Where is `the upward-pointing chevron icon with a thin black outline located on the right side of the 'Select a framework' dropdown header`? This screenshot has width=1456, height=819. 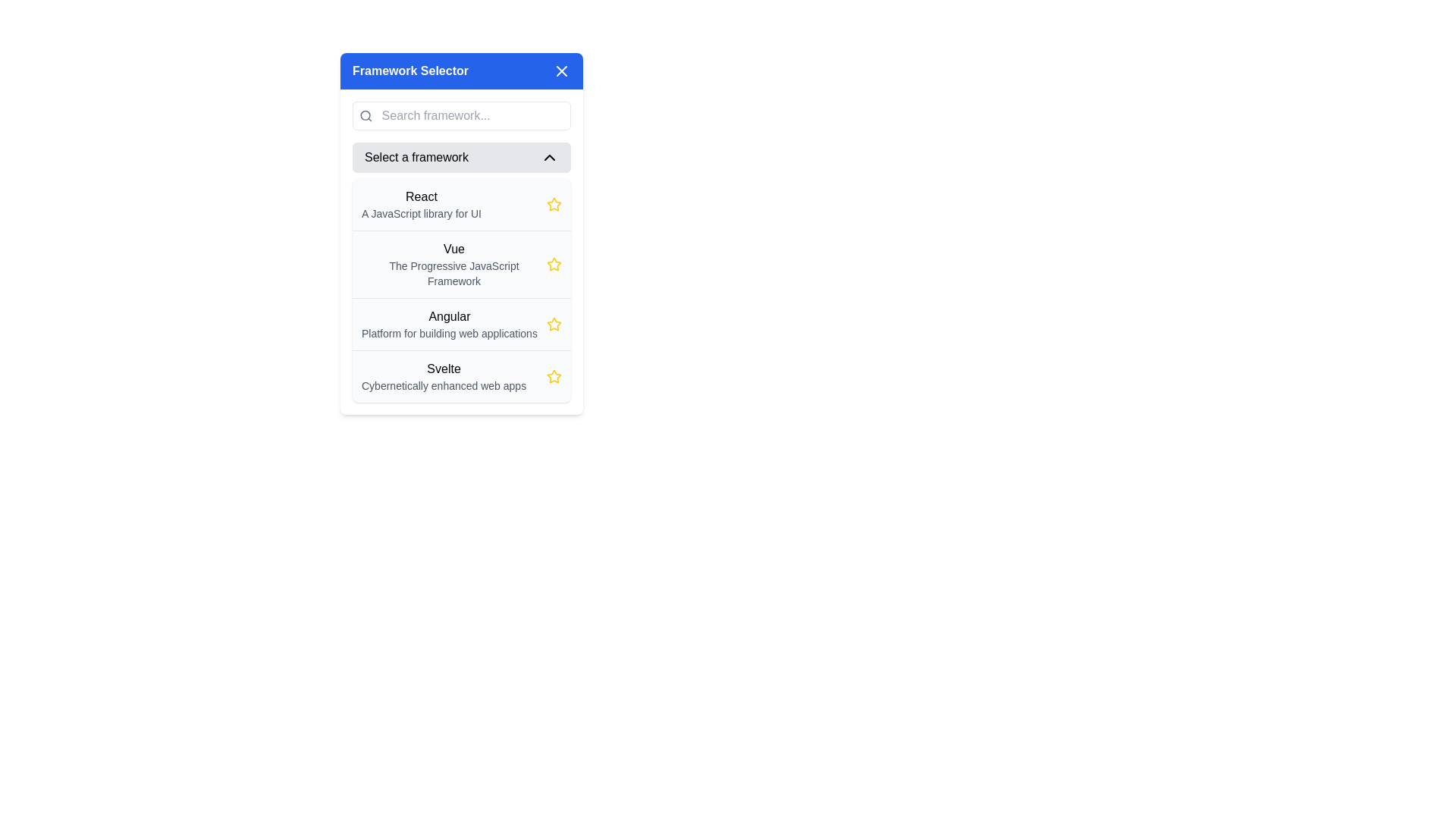 the upward-pointing chevron icon with a thin black outline located on the right side of the 'Select a framework' dropdown header is located at coordinates (548, 158).